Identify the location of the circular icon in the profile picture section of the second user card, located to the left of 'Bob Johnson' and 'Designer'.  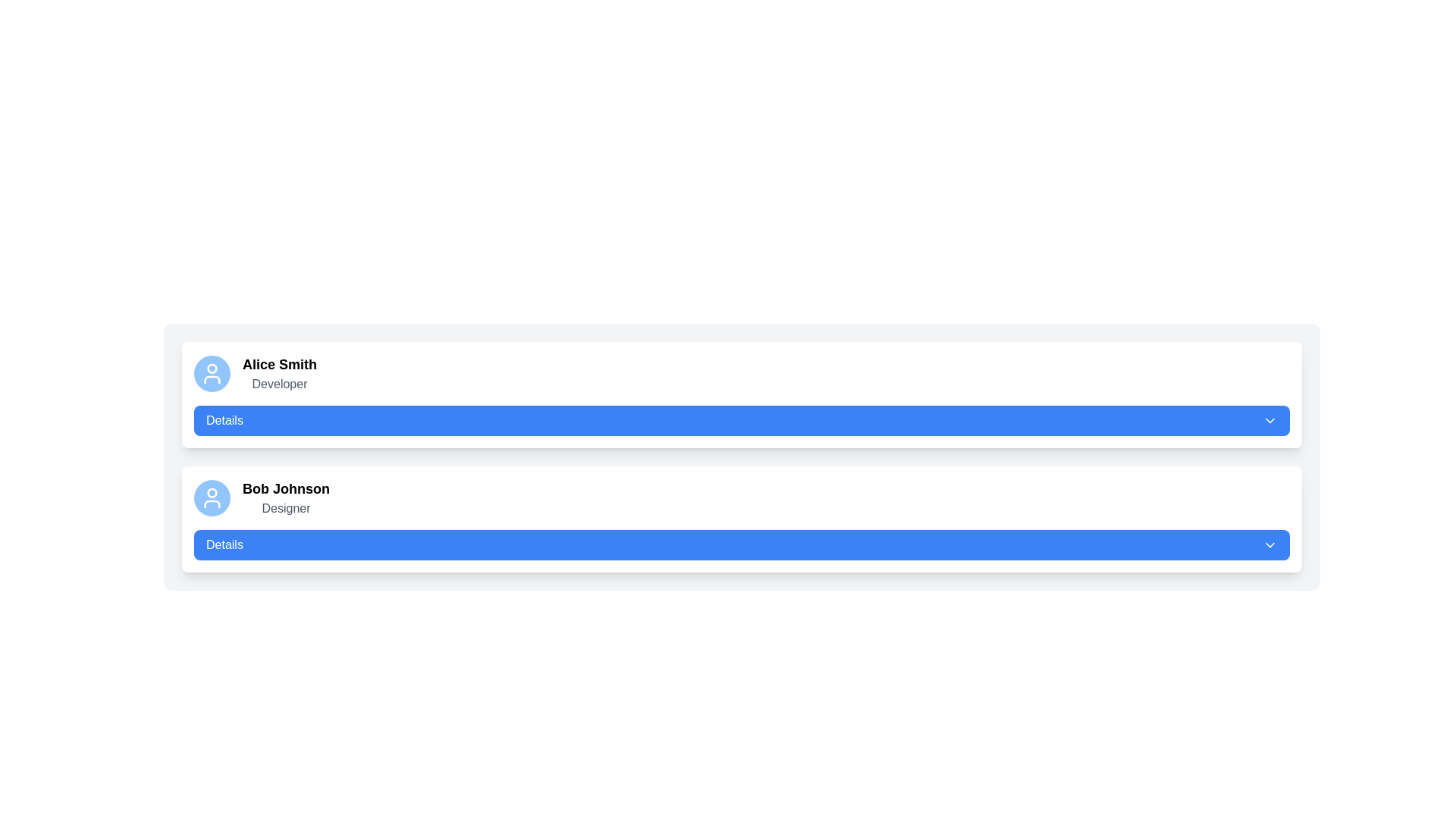
(211, 493).